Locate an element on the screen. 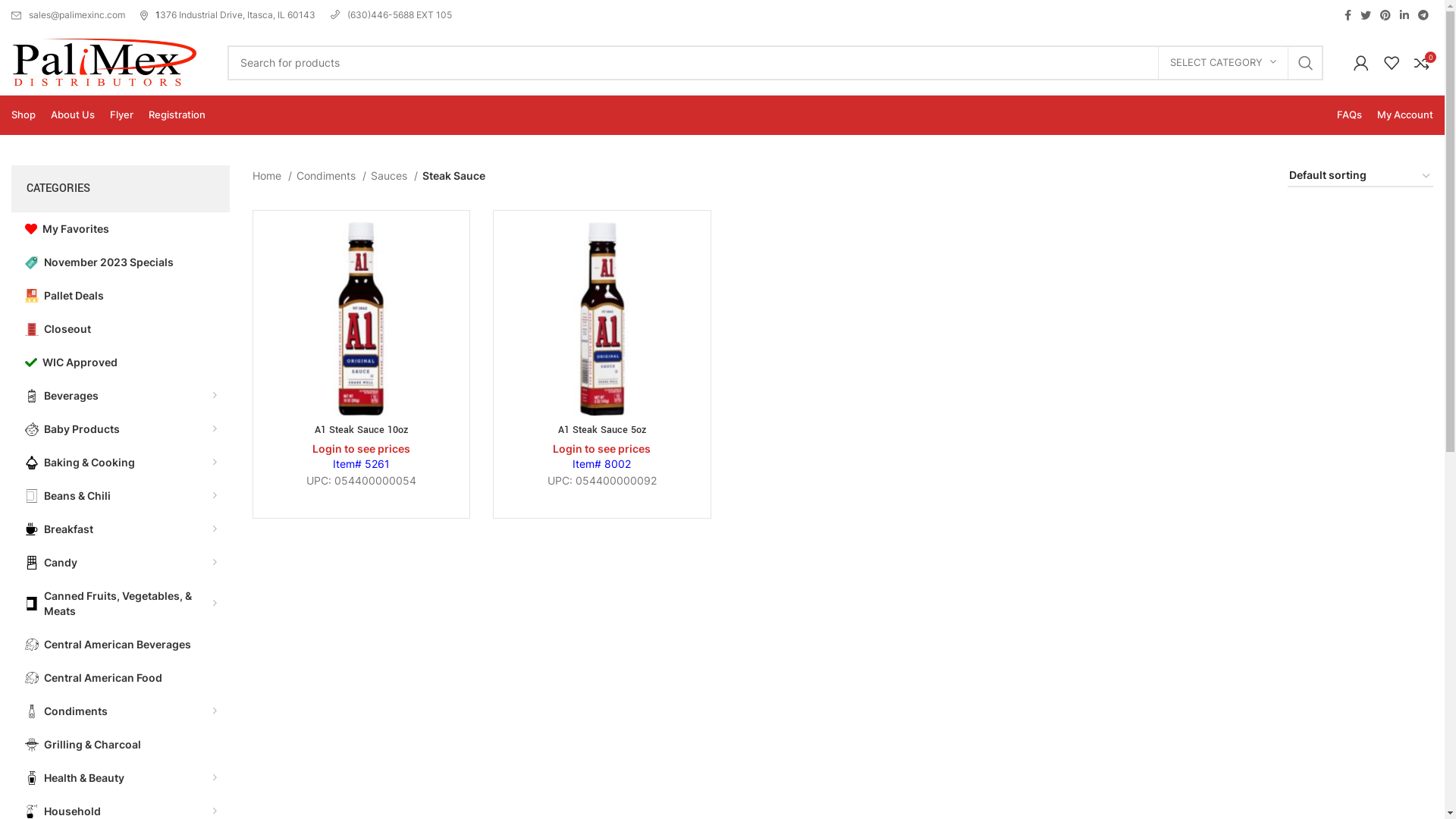 This screenshot has height=819, width=1456. 'My Wishlist' is located at coordinates (1376, 61).